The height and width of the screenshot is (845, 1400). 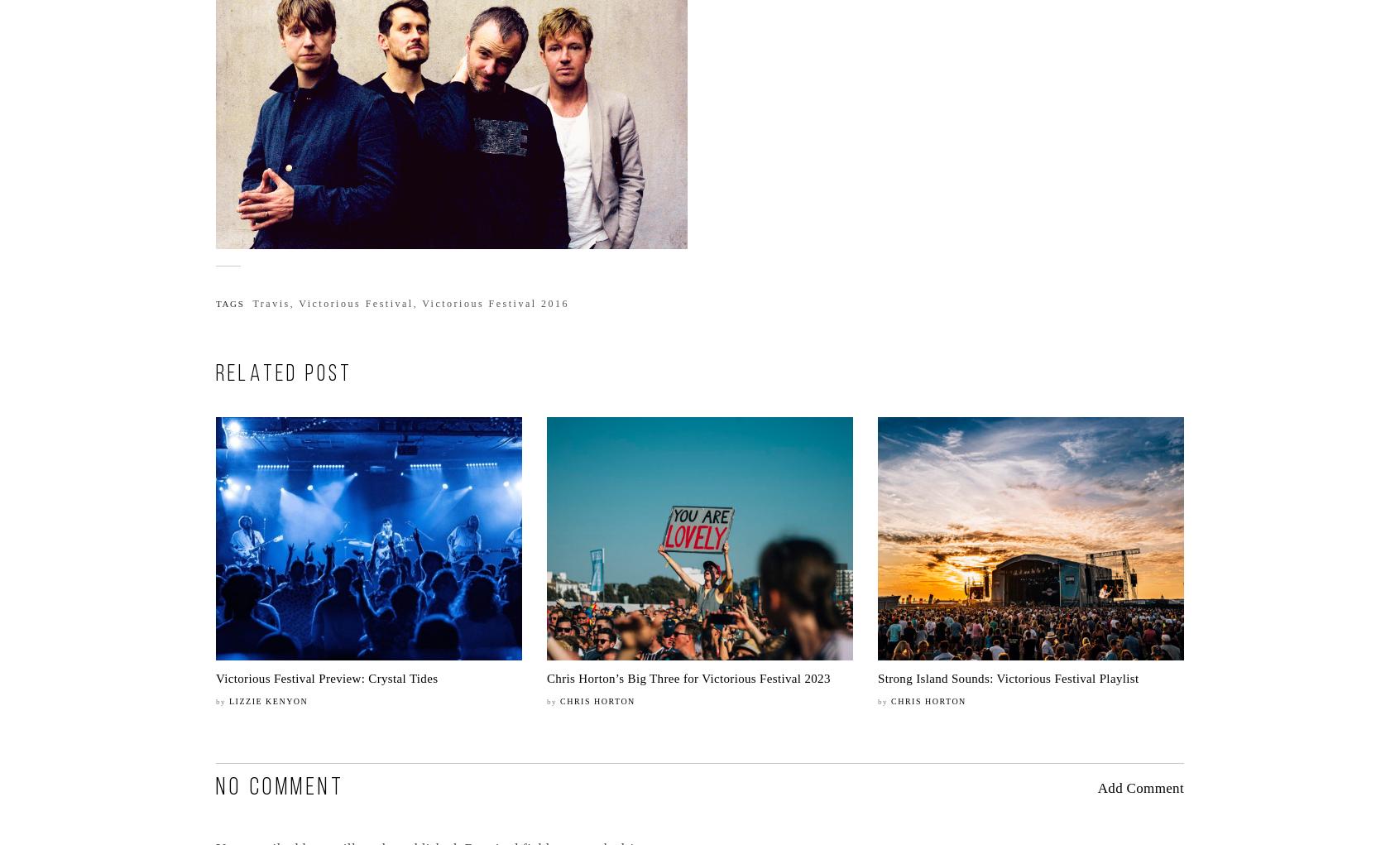 What do you see at coordinates (267, 700) in the screenshot?
I see `'Lizzie Kenyon'` at bounding box center [267, 700].